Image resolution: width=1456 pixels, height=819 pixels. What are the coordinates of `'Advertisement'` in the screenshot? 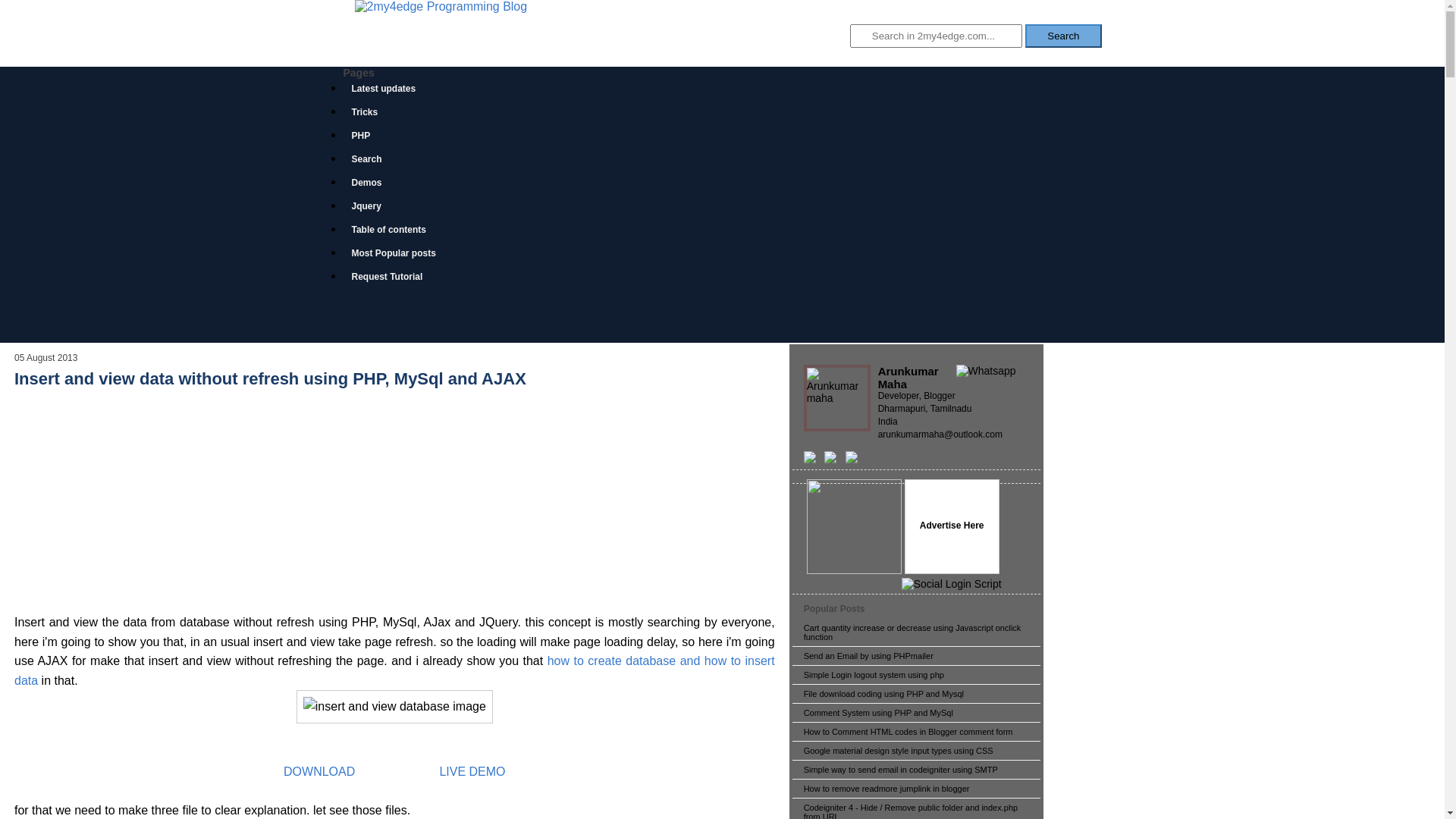 It's located at (720, 305).